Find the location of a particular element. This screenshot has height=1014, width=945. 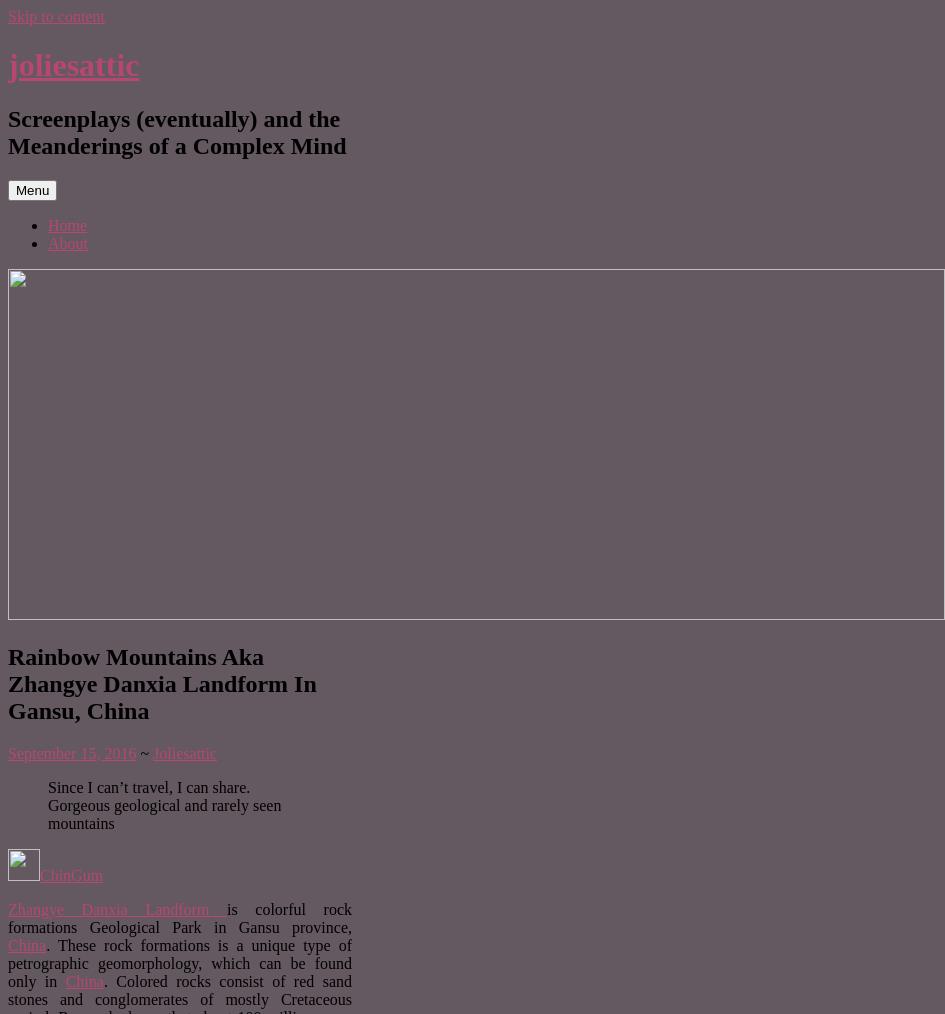

'. These rock formations is a unique type of petrographic geomorphology, which can be found only in' is located at coordinates (180, 962).